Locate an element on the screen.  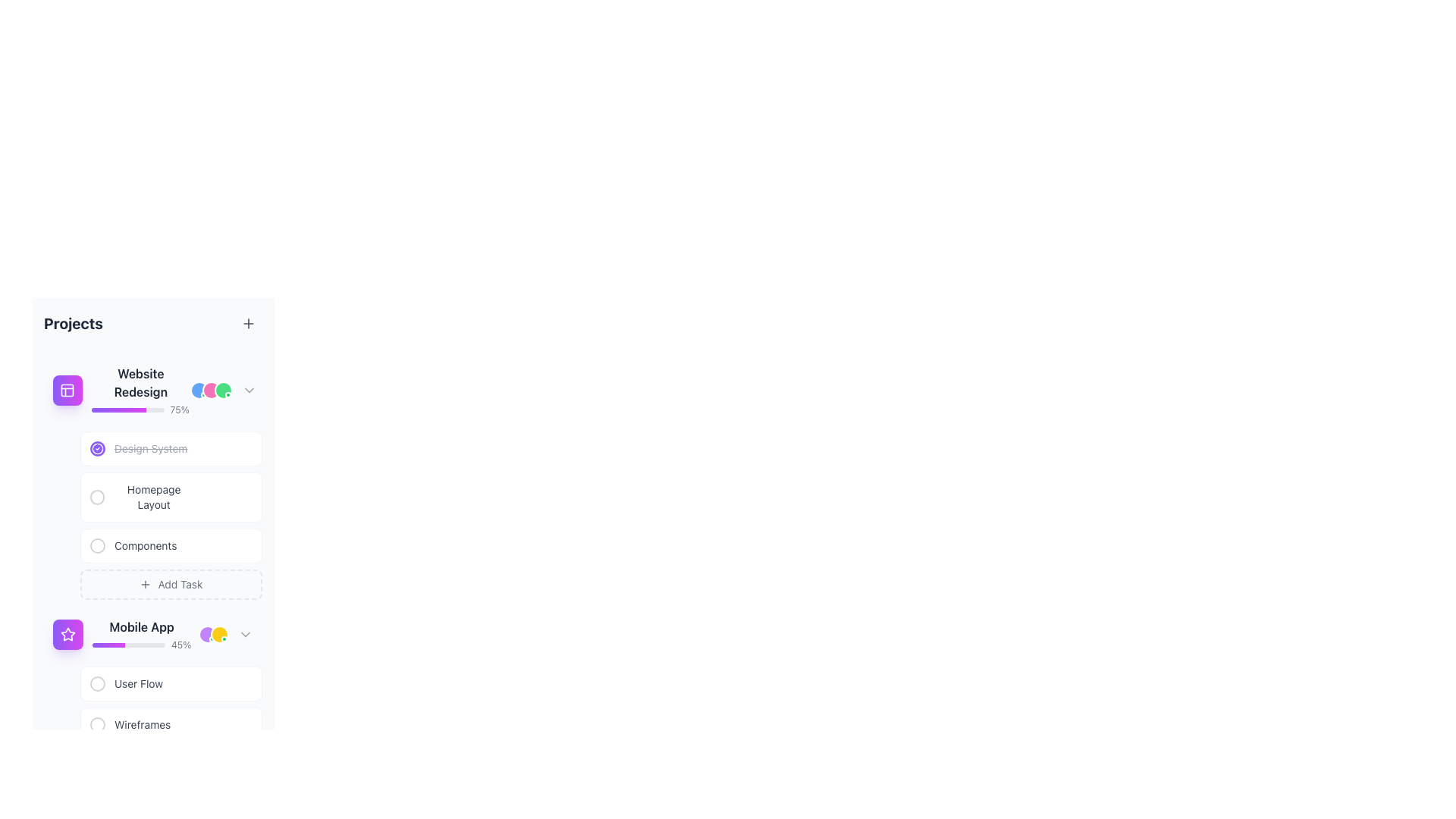
the radio button is located at coordinates (97, 724).